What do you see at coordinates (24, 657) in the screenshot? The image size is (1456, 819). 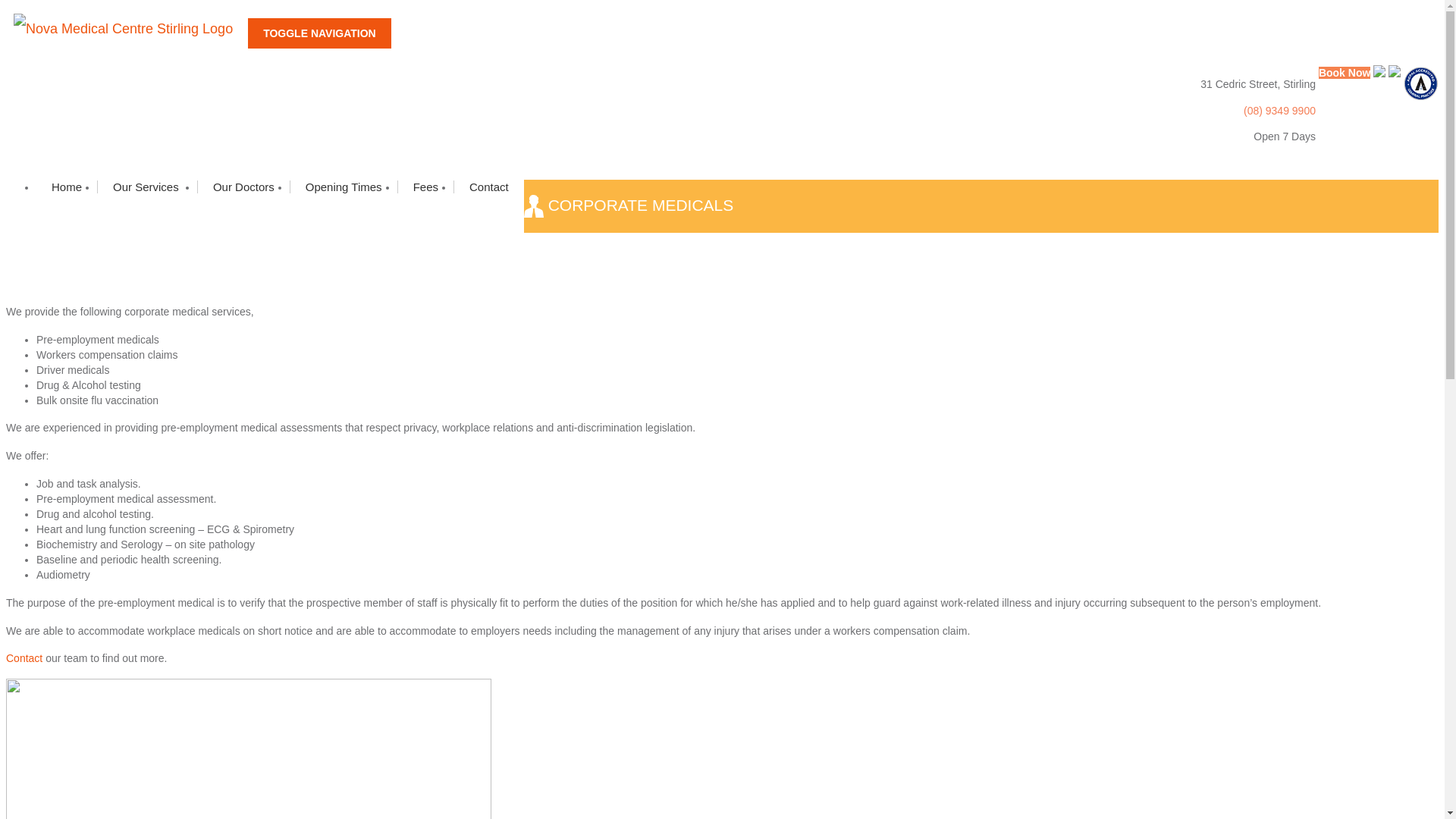 I see `'Contact'` at bounding box center [24, 657].